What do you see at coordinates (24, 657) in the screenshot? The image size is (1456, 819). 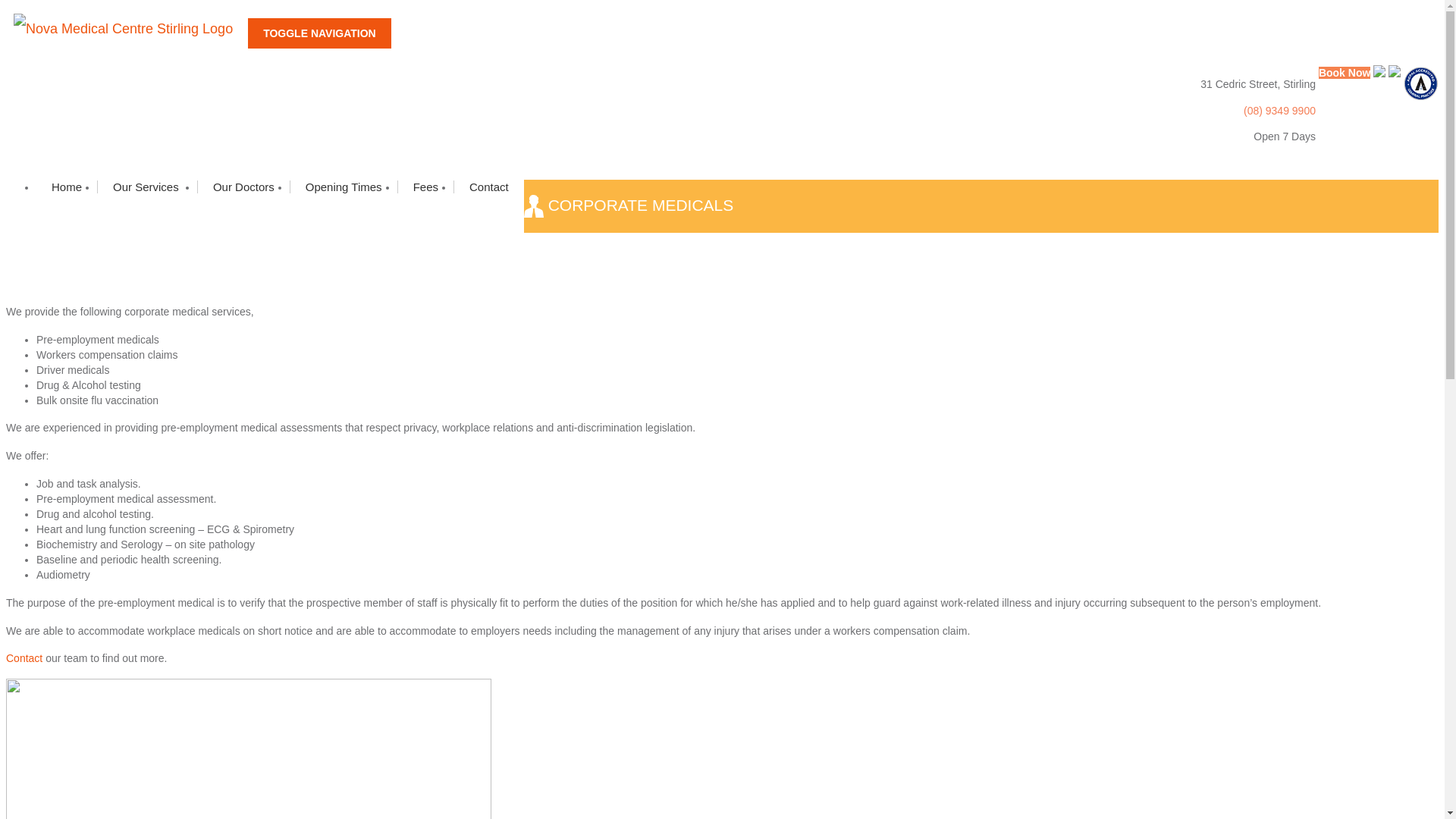 I see `'Contact'` at bounding box center [24, 657].